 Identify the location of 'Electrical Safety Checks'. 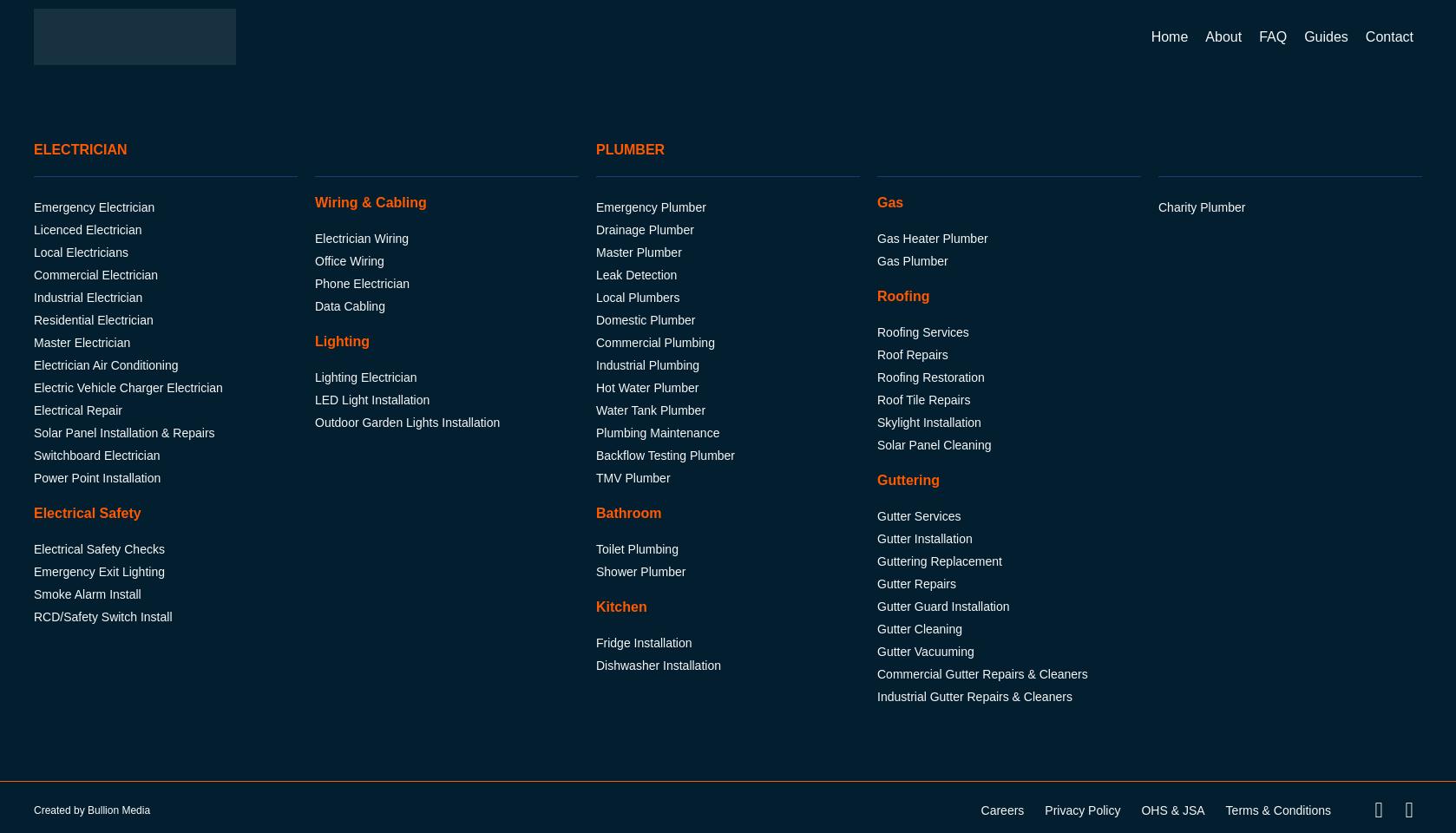
(98, 548).